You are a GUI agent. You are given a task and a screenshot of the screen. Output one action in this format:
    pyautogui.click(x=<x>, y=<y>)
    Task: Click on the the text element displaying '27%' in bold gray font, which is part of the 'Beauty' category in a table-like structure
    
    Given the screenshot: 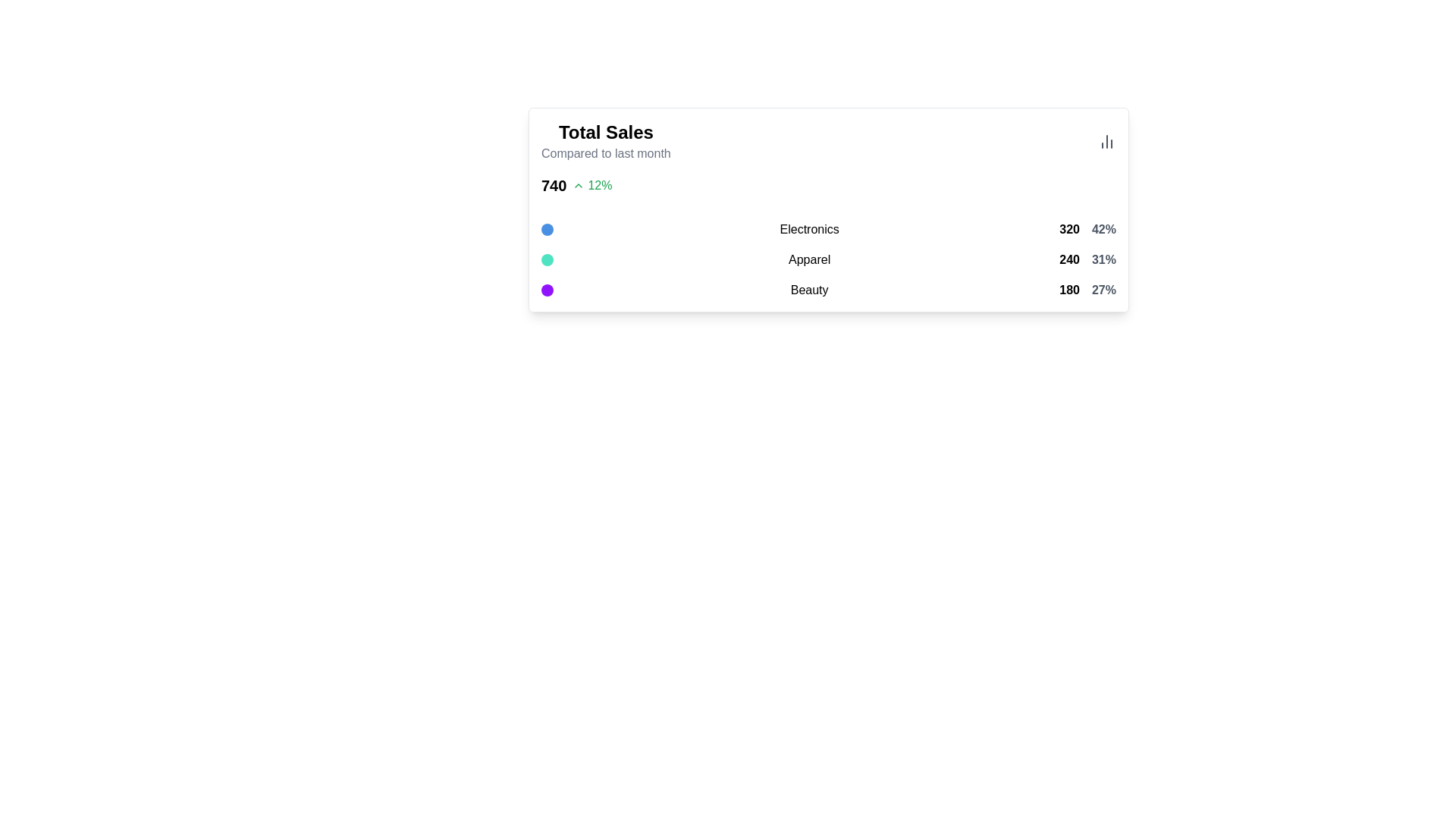 What is the action you would take?
    pyautogui.click(x=1103, y=290)
    